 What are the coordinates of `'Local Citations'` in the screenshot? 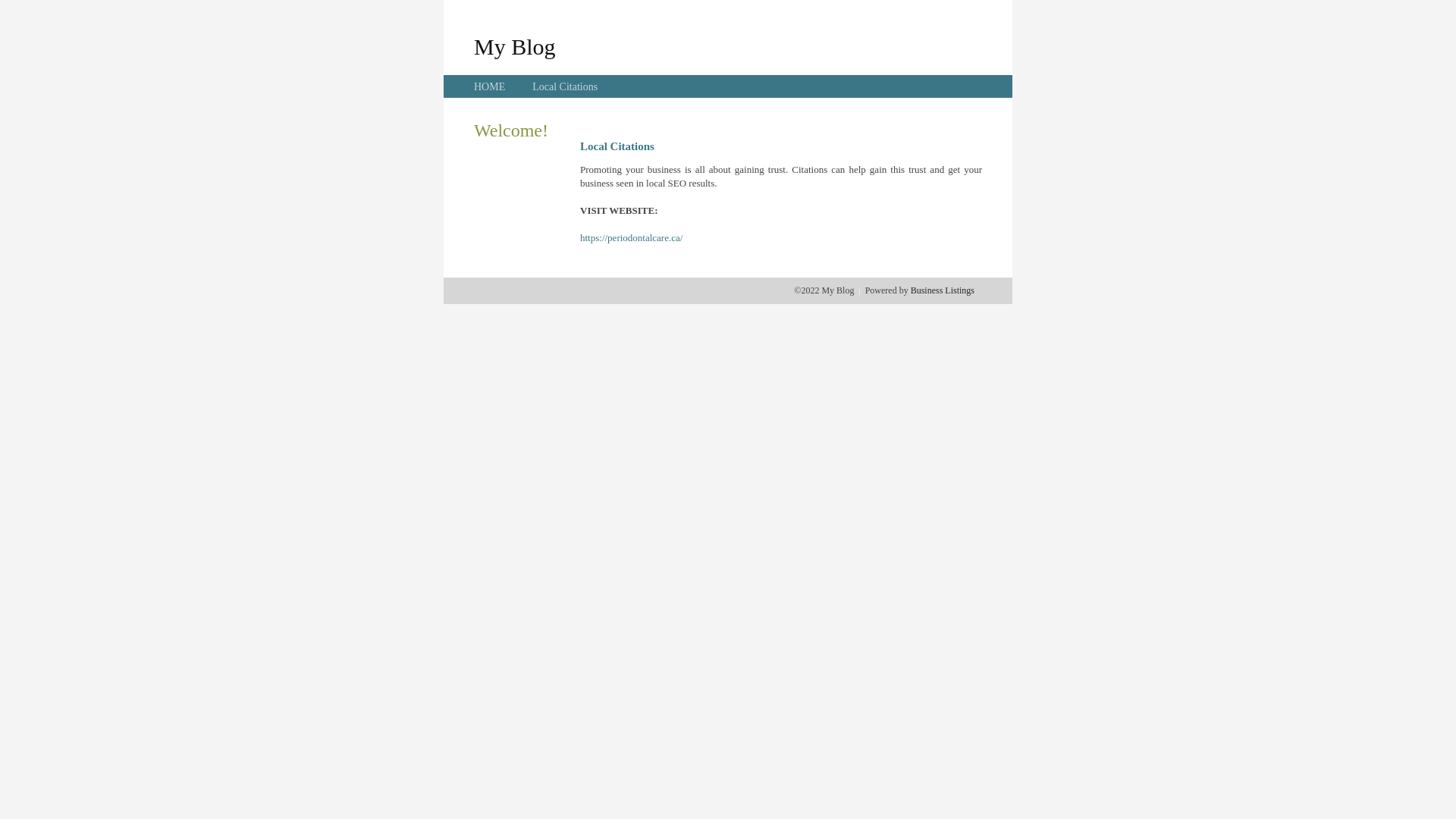 It's located at (532, 86).